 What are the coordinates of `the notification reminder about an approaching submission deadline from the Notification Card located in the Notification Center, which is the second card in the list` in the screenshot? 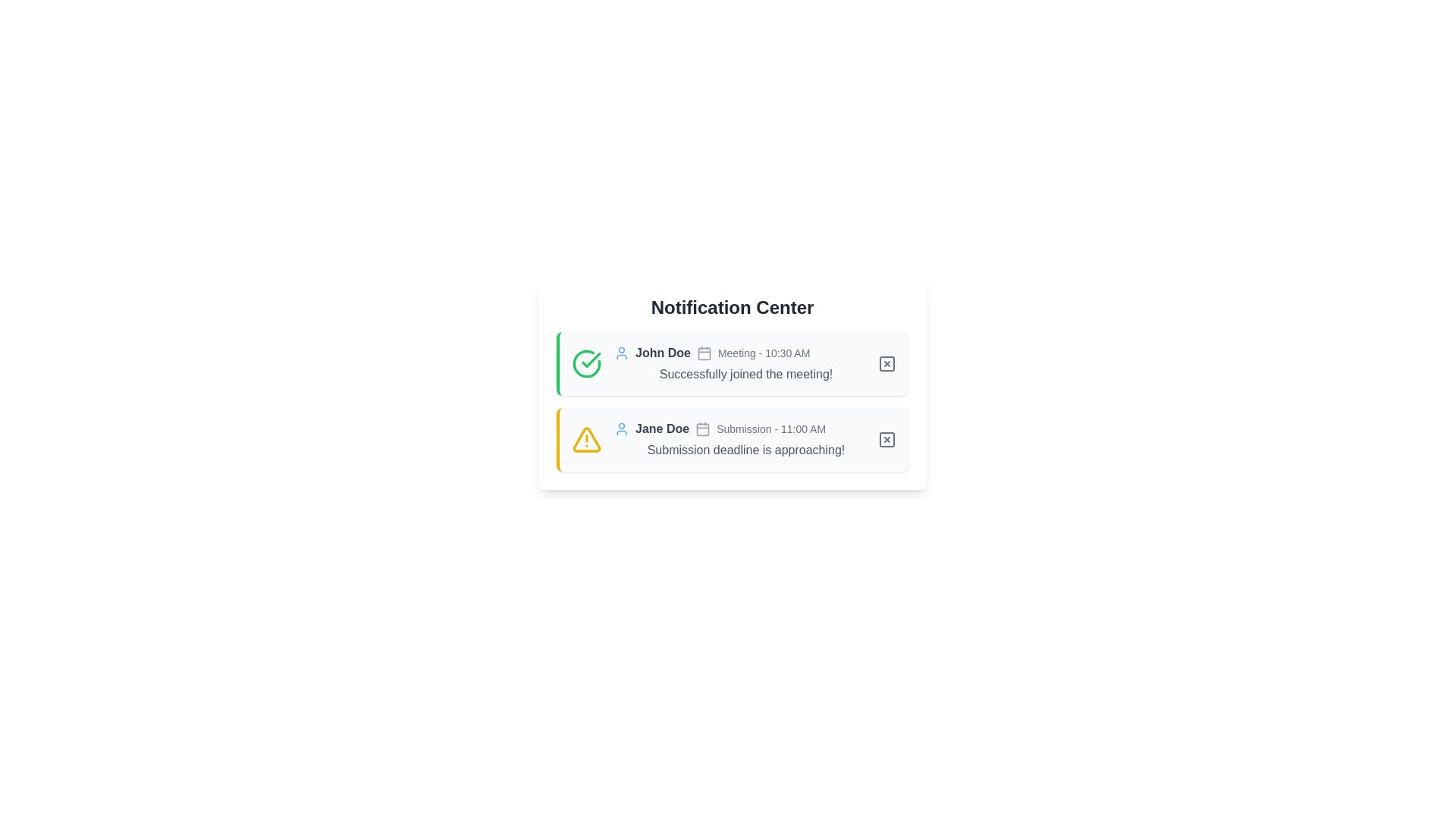 It's located at (732, 439).